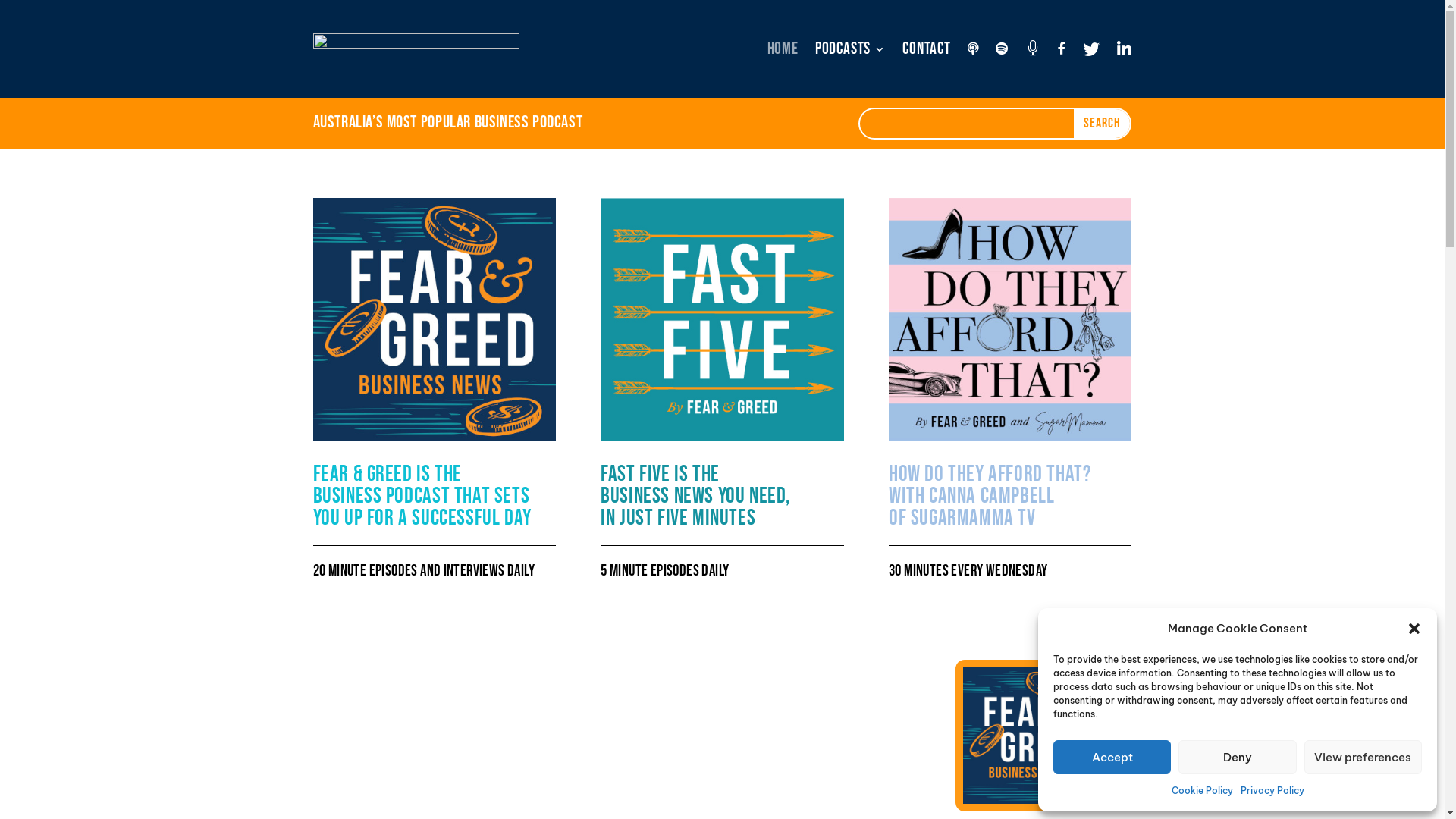 The width and height of the screenshot is (1456, 819). Describe the element at coordinates (850, 49) in the screenshot. I see `'PODCASTS'` at that location.